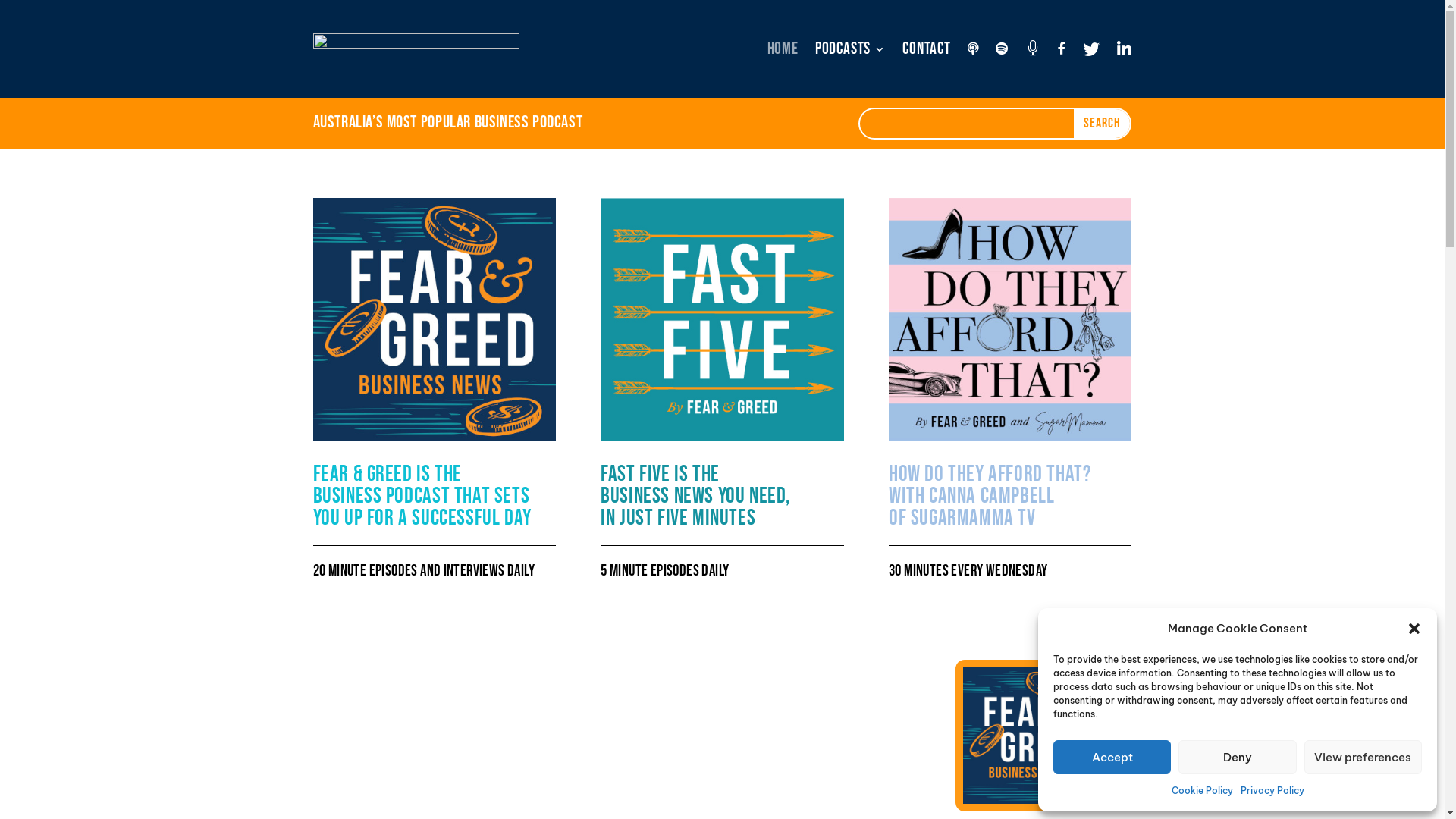 The width and height of the screenshot is (1456, 819). Describe the element at coordinates (850, 49) in the screenshot. I see `'PODCASTS'` at that location.